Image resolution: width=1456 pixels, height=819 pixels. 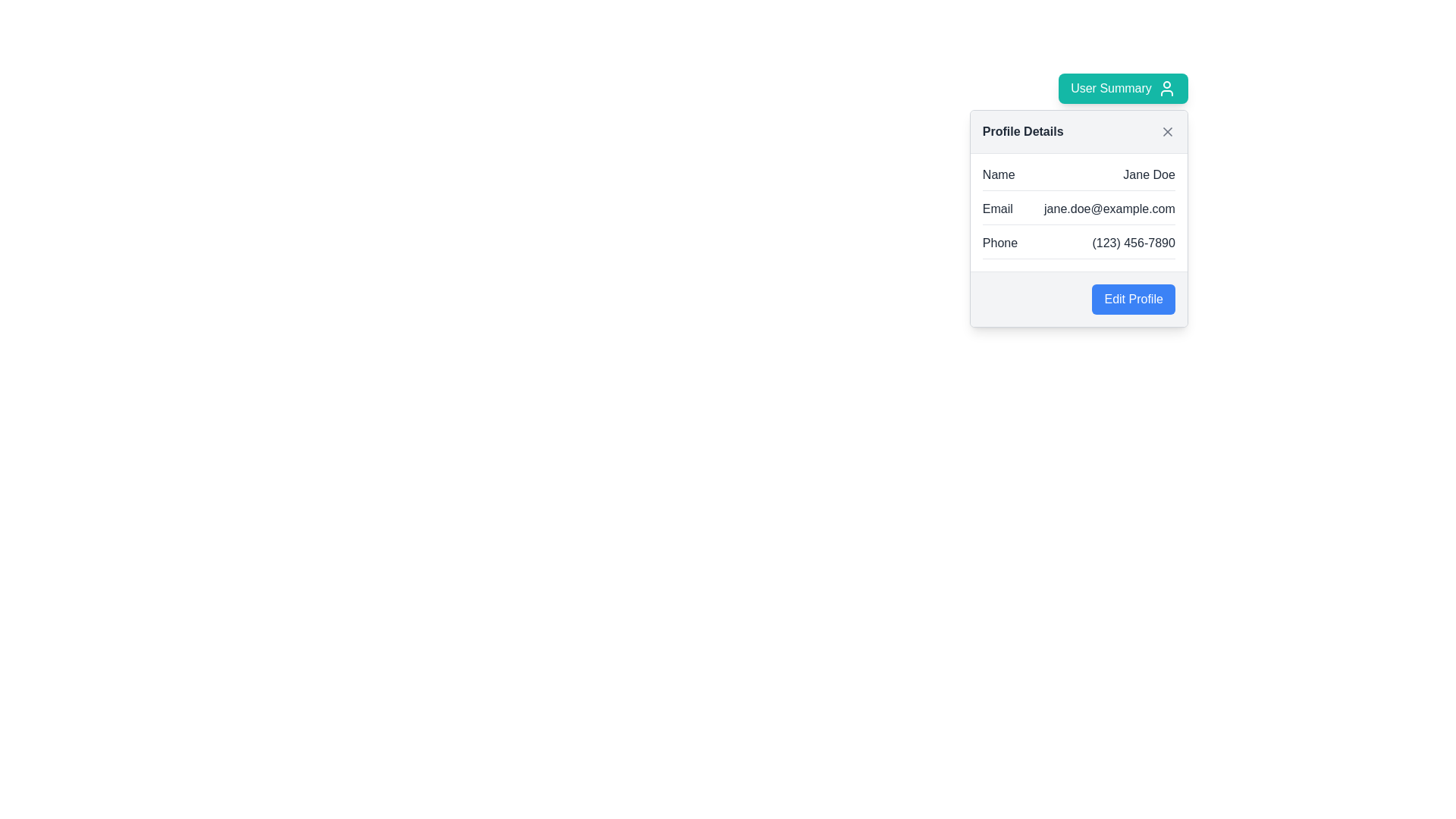 I want to click on email address displayed in the Text Display Component located under the 'Profile Details' section, positioned below 'Jane Doe' and above '(123) 456-7890', so click(x=1078, y=212).